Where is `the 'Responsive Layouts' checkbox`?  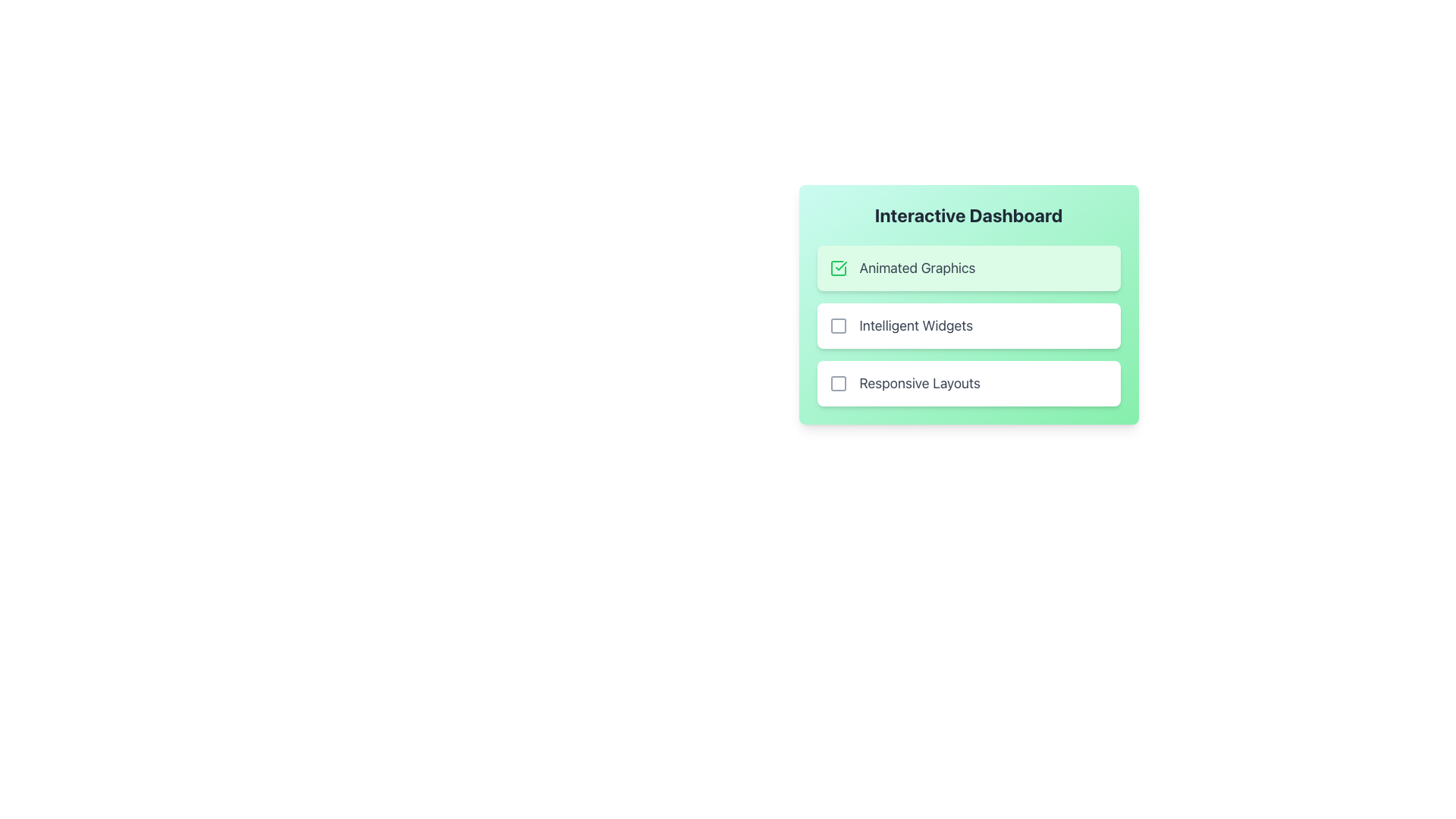 the 'Responsive Layouts' checkbox is located at coordinates (968, 382).